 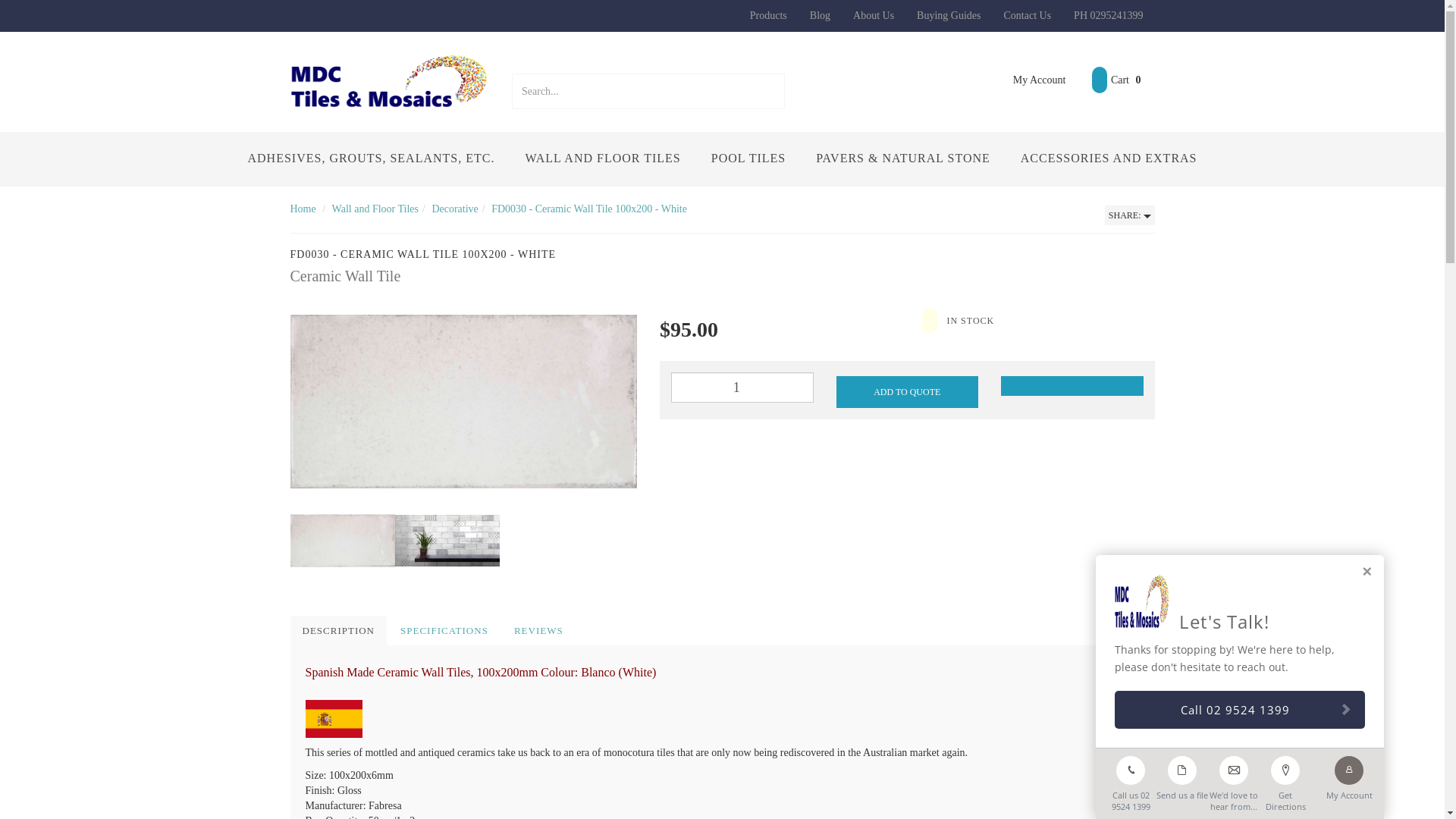 What do you see at coordinates (371, 158) in the screenshot?
I see `'ADHESIVES, GROUTS, SEALANTS, ETC.'` at bounding box center [371, 158].